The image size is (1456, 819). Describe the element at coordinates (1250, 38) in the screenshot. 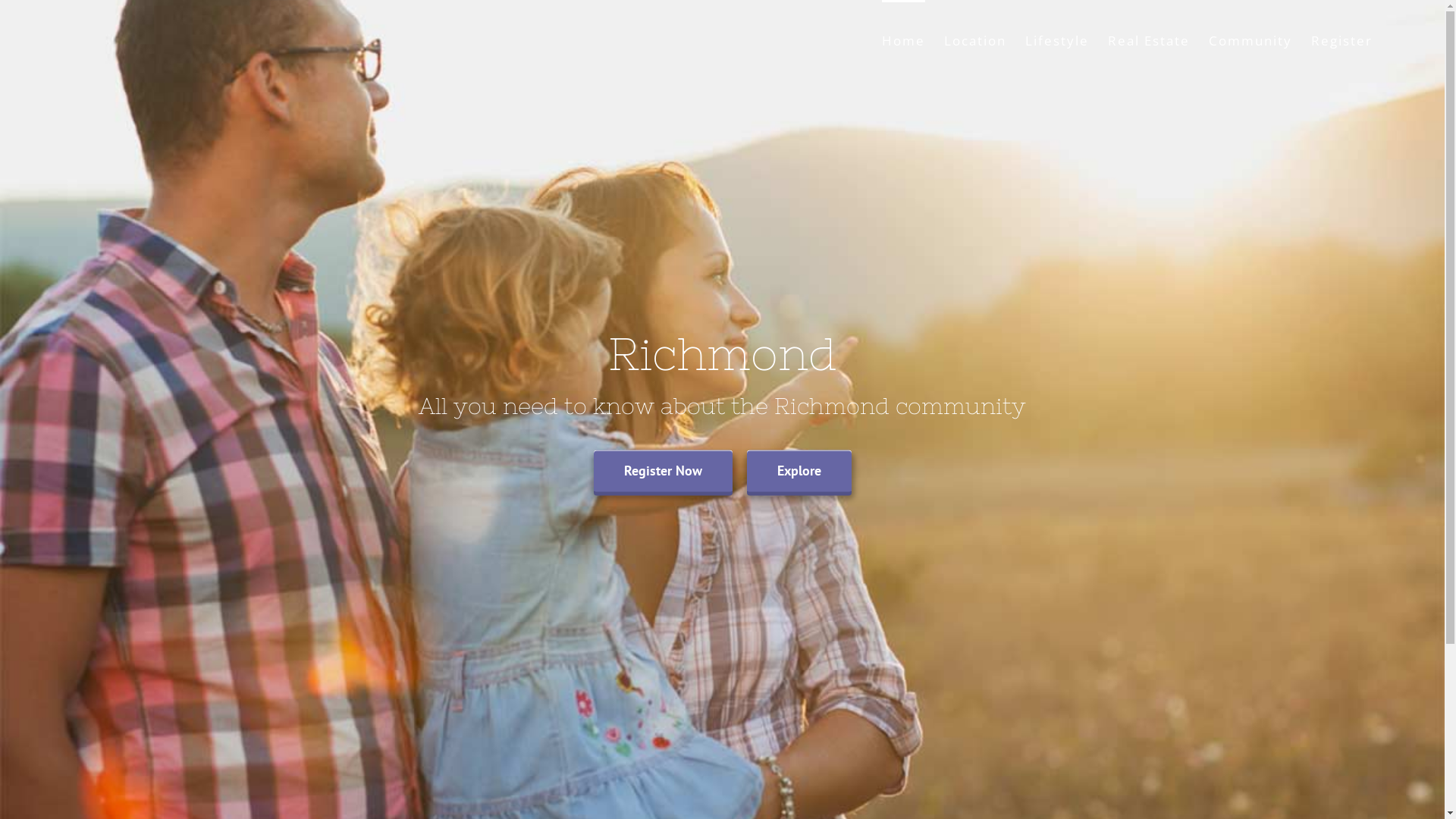

I see `'Community'` at that location.